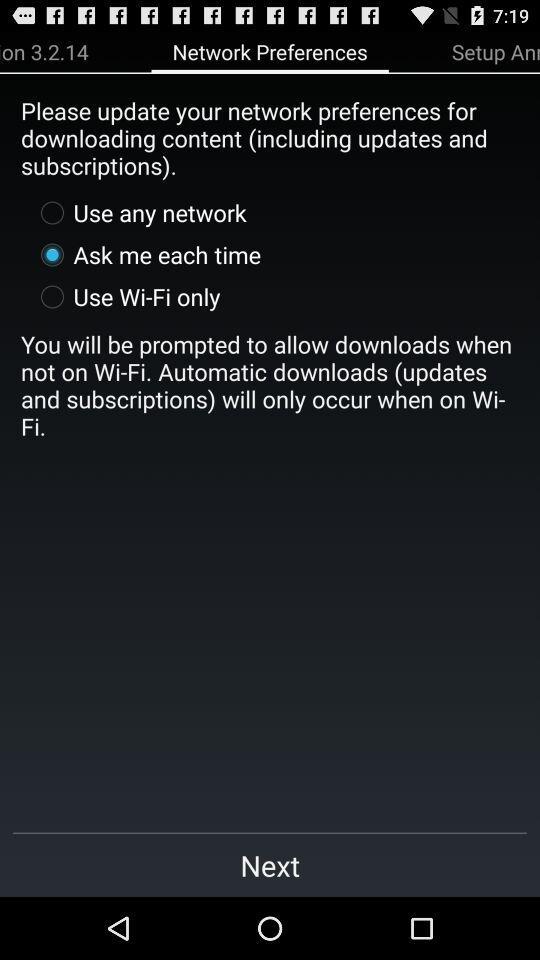 This screenshot has width=540, height=960. What do you see at coordinates (145, 253) in the screenshot?
I see `ask me each item` at bounding box center [145, 253].